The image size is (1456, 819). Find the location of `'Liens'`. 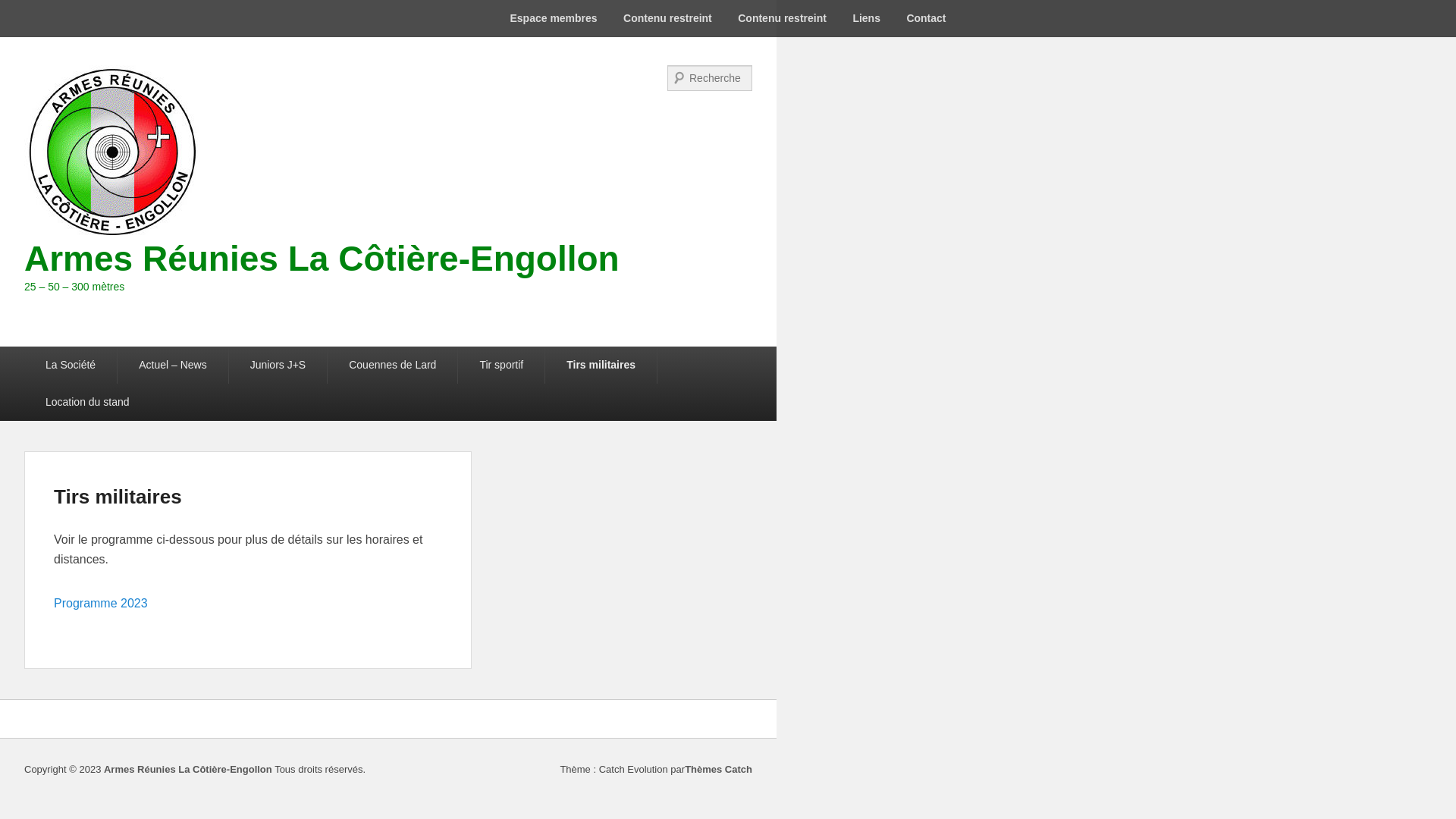

'Liens' is located at coordinates (866, 18).